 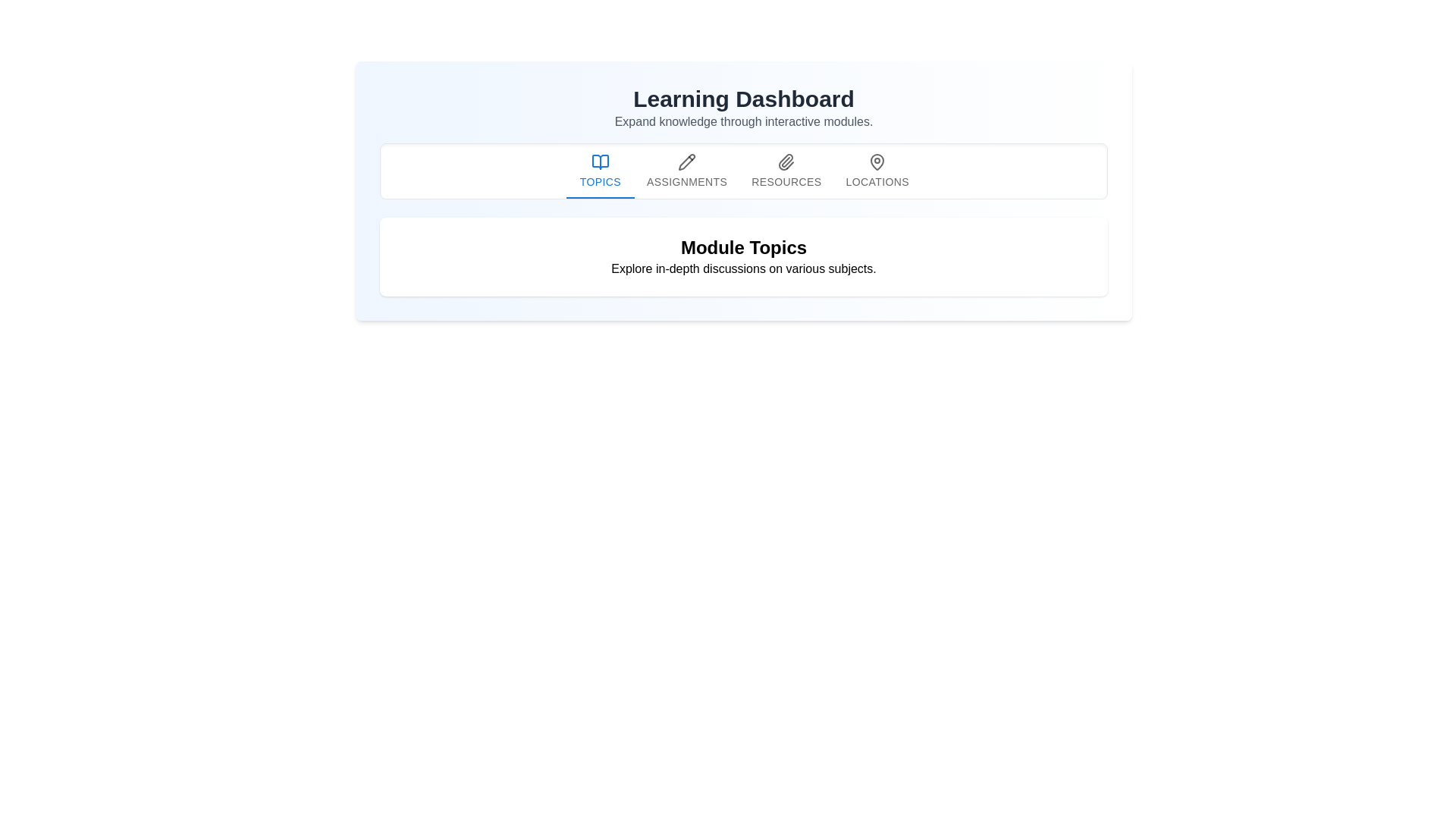 I want to click on the Tab Bar Navigation Component, so click(x=743, y=171).